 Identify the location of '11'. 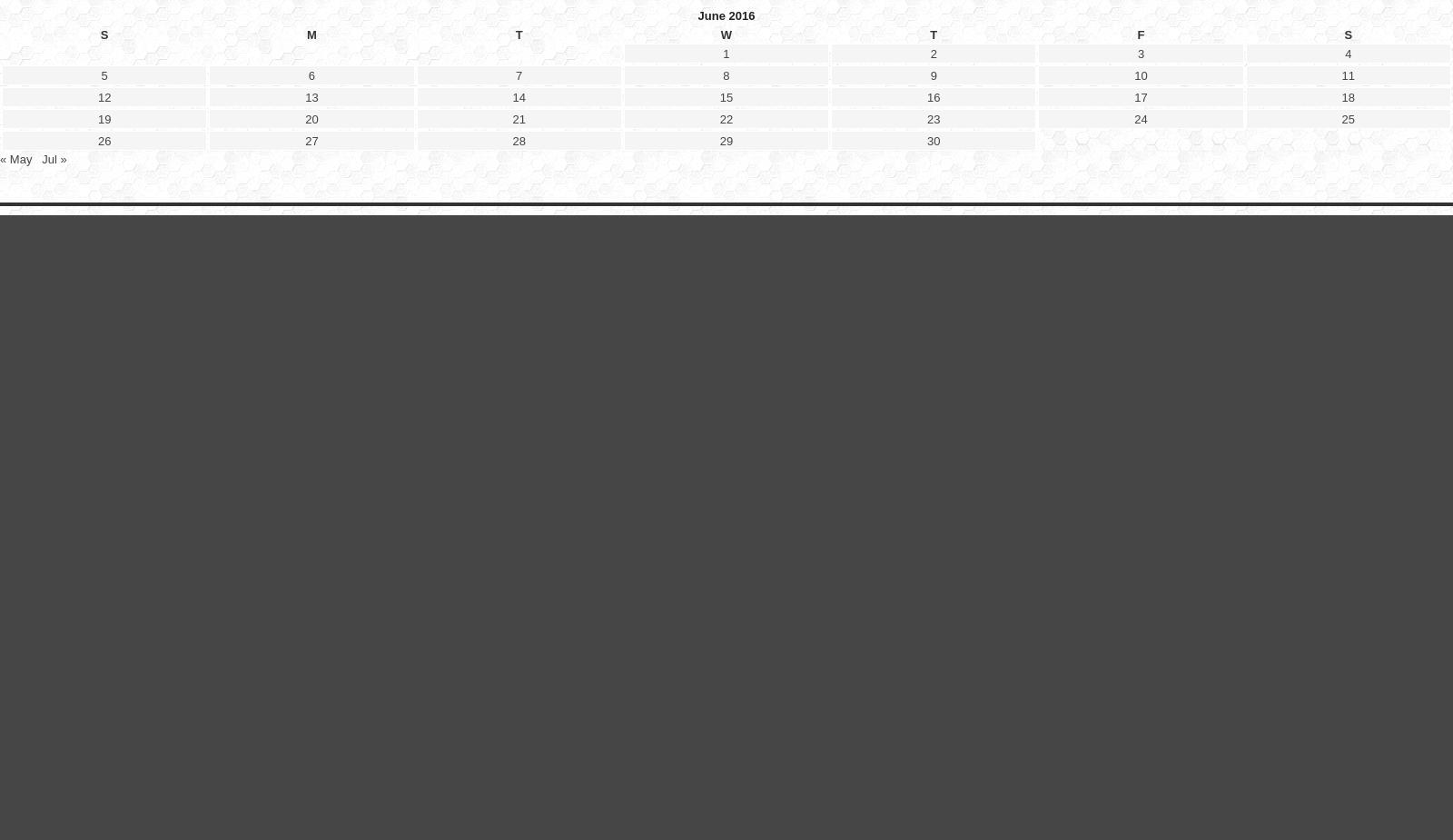
(1348, 522).